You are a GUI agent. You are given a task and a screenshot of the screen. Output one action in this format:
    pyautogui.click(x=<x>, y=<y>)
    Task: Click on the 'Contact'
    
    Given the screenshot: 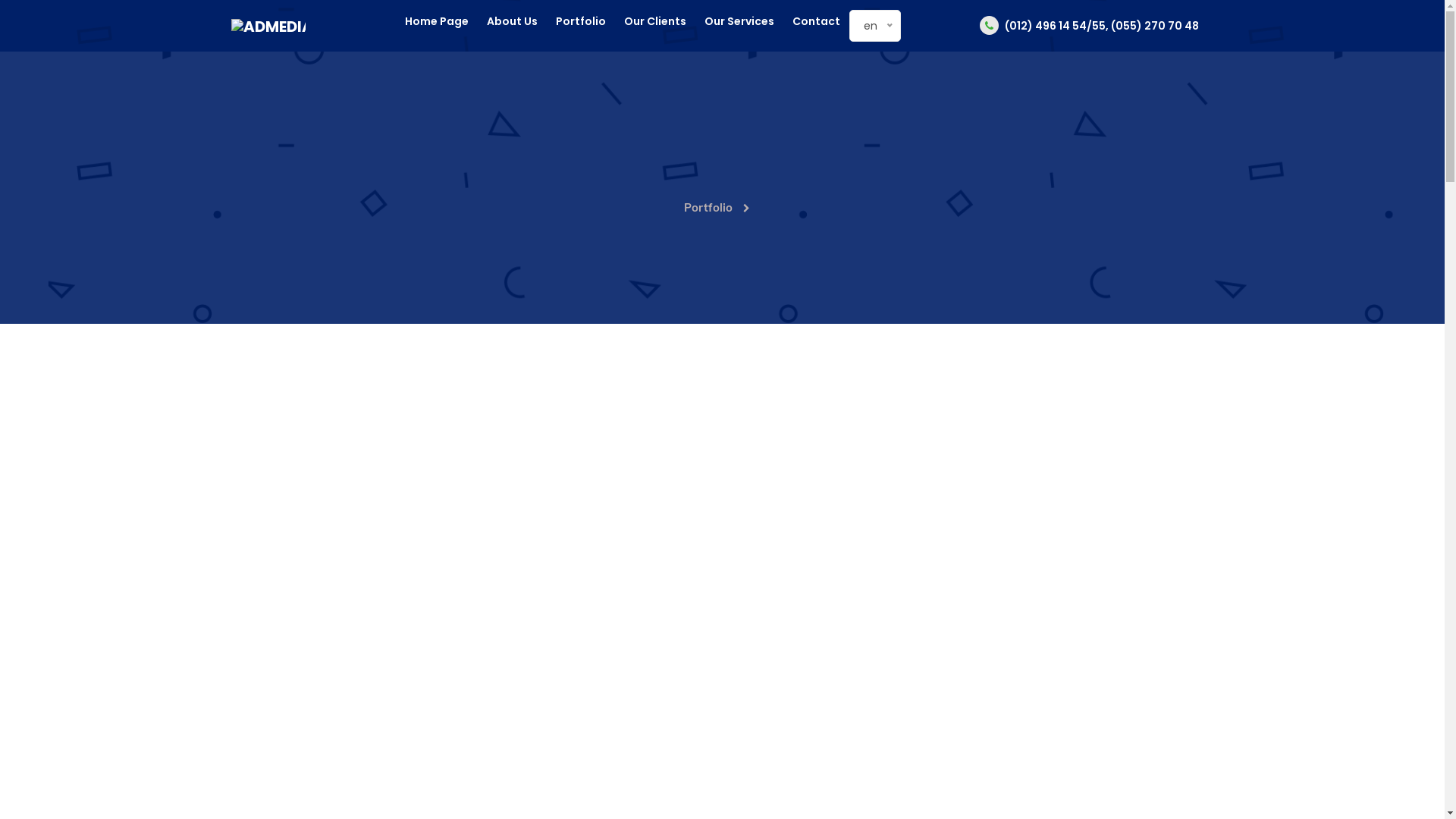 What is the action you would take?
    pyautogui.click(x=815, y=21)
    